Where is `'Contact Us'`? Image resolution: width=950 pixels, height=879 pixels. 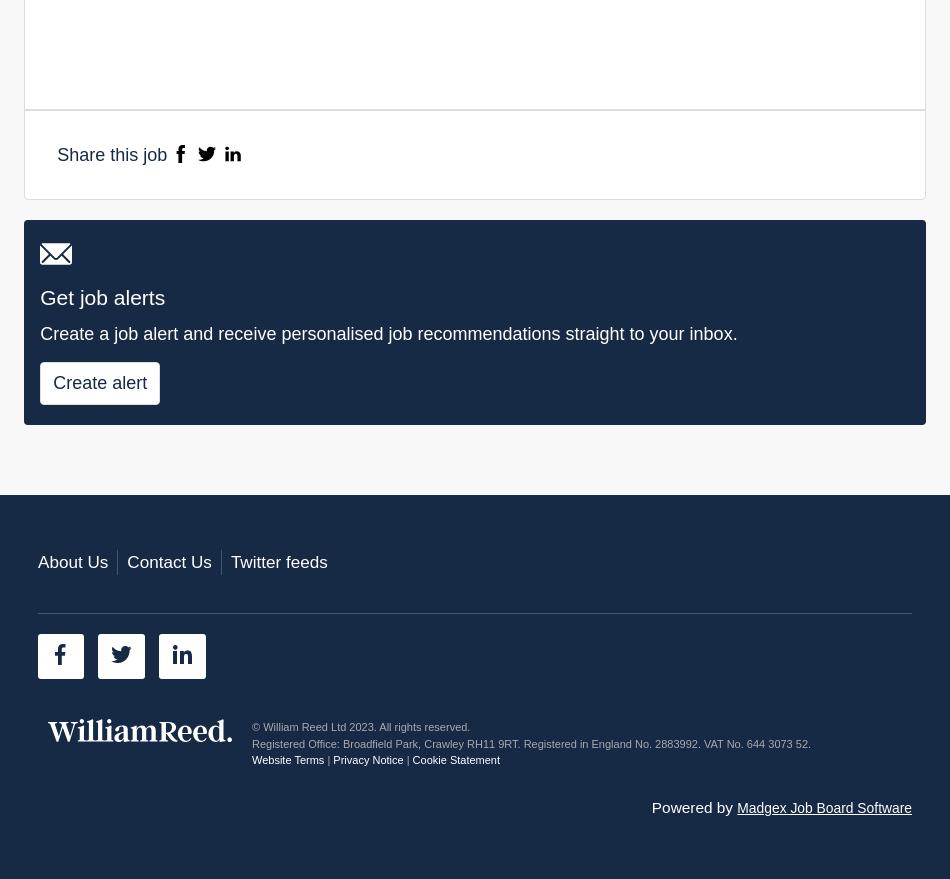
'Contact Us' is located at coordinates (127, 560).